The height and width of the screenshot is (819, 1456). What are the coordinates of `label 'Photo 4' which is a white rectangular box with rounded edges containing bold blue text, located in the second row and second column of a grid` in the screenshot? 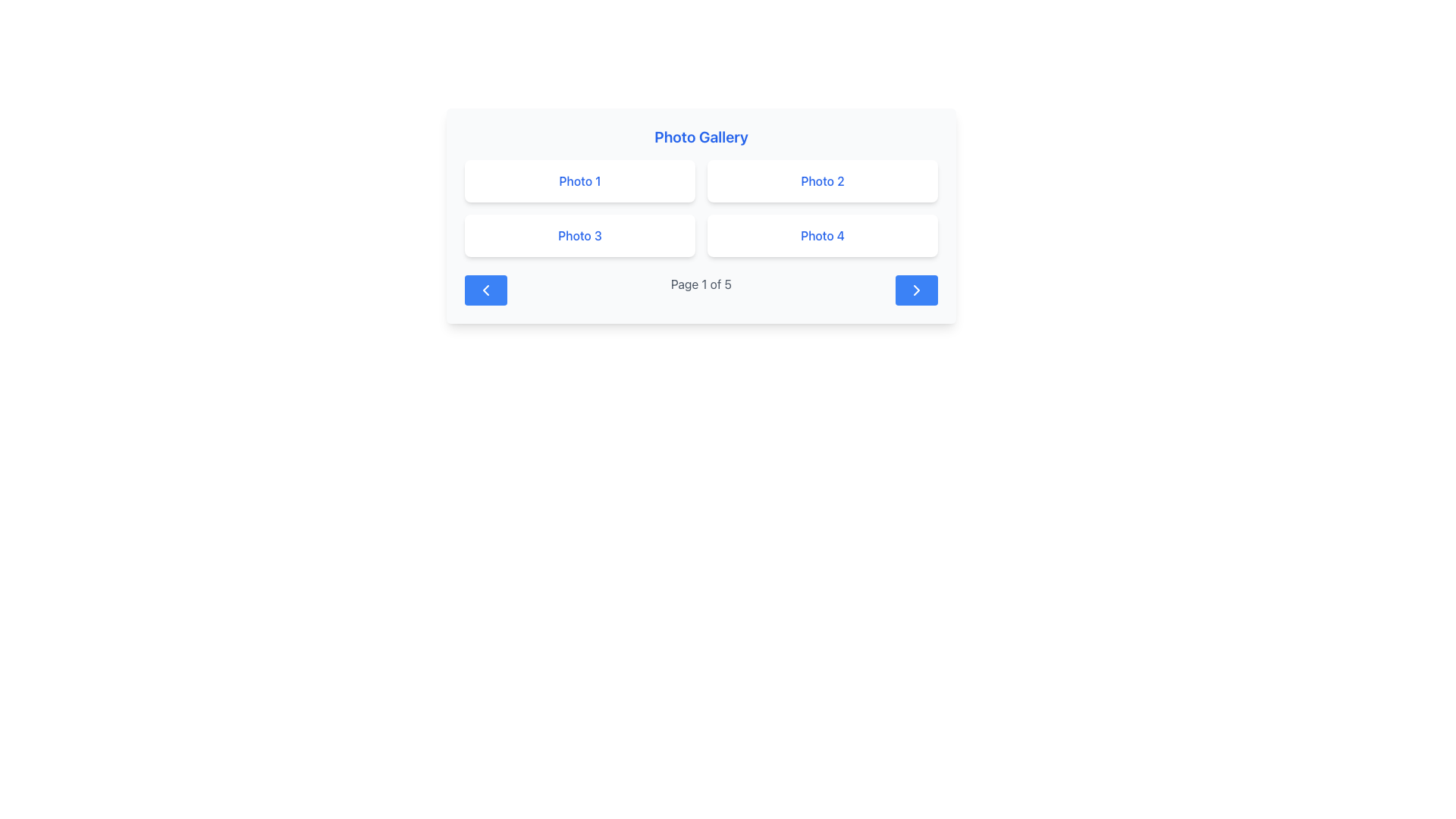 It's located at (821, 236).